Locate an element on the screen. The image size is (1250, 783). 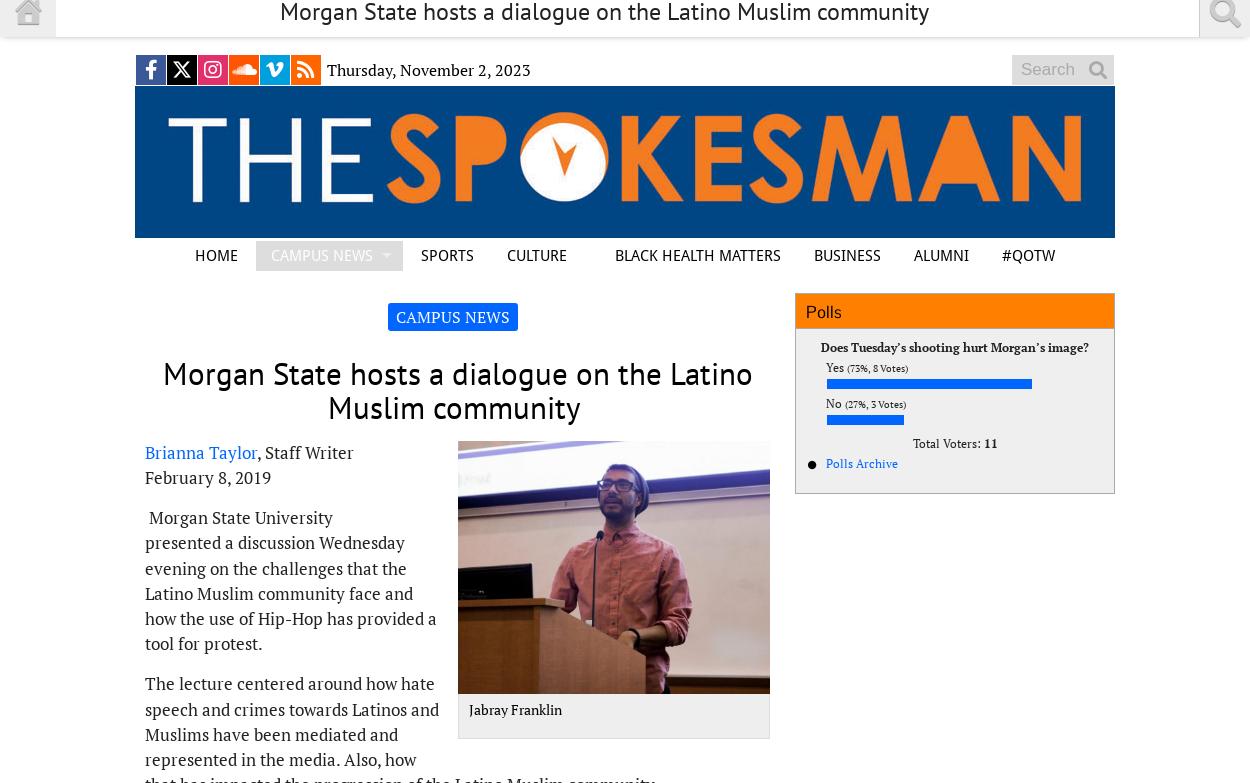
'BLACK HEALTH MATTERS' is located at coordinates (697, 255).